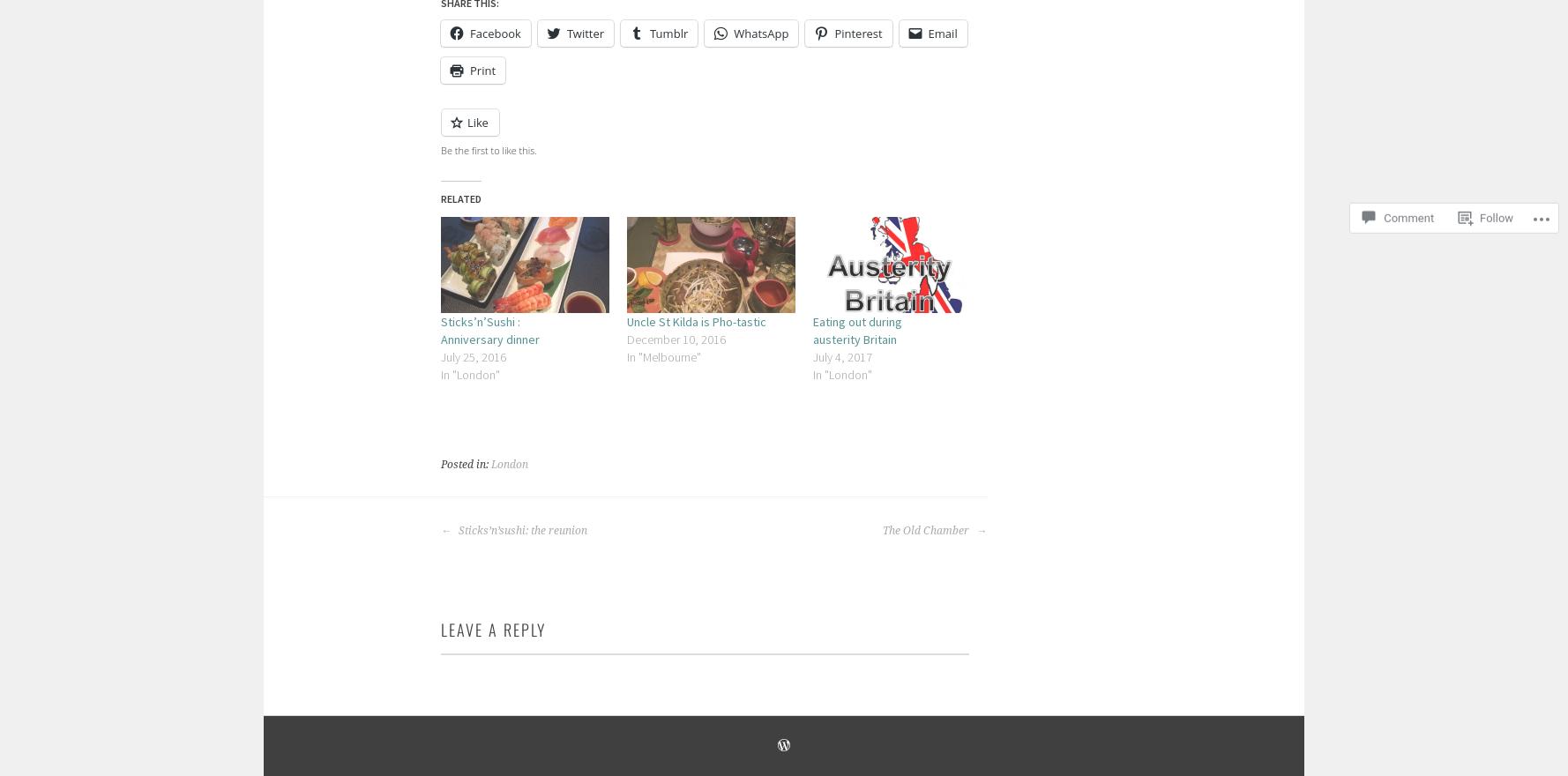 This screenshot has width=1568, height=776. What do you see at coordinates (509, 462) in the screenshot?
I see `'London'` at bounding box center [509, 462].